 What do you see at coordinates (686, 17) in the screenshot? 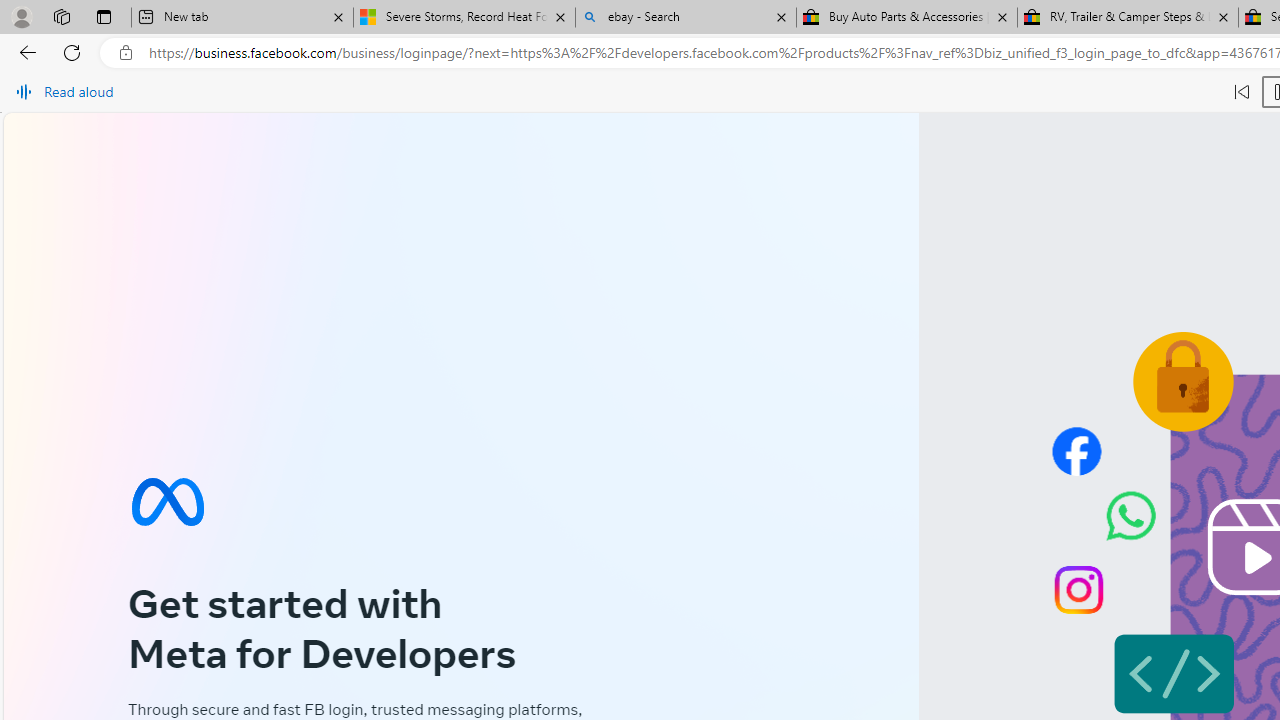
I see `'ebay - Search'` at bounding box center [686, 17].